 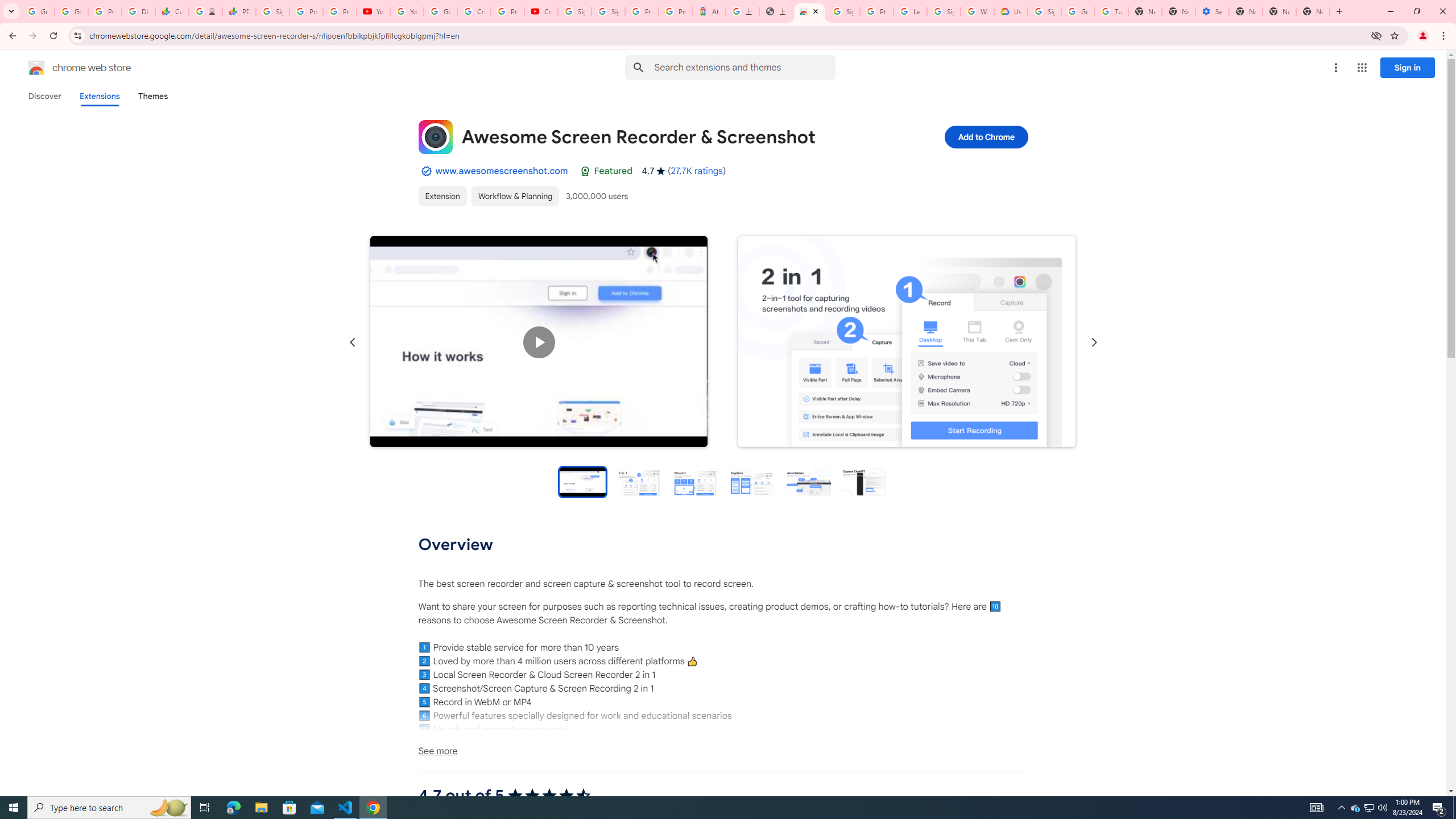 What do you see at coordinates (541, 11) in the screenshot?
I see `'Content Creator Programs & Opportunities - YouTube Creators'` at bounding box center [541, 11].